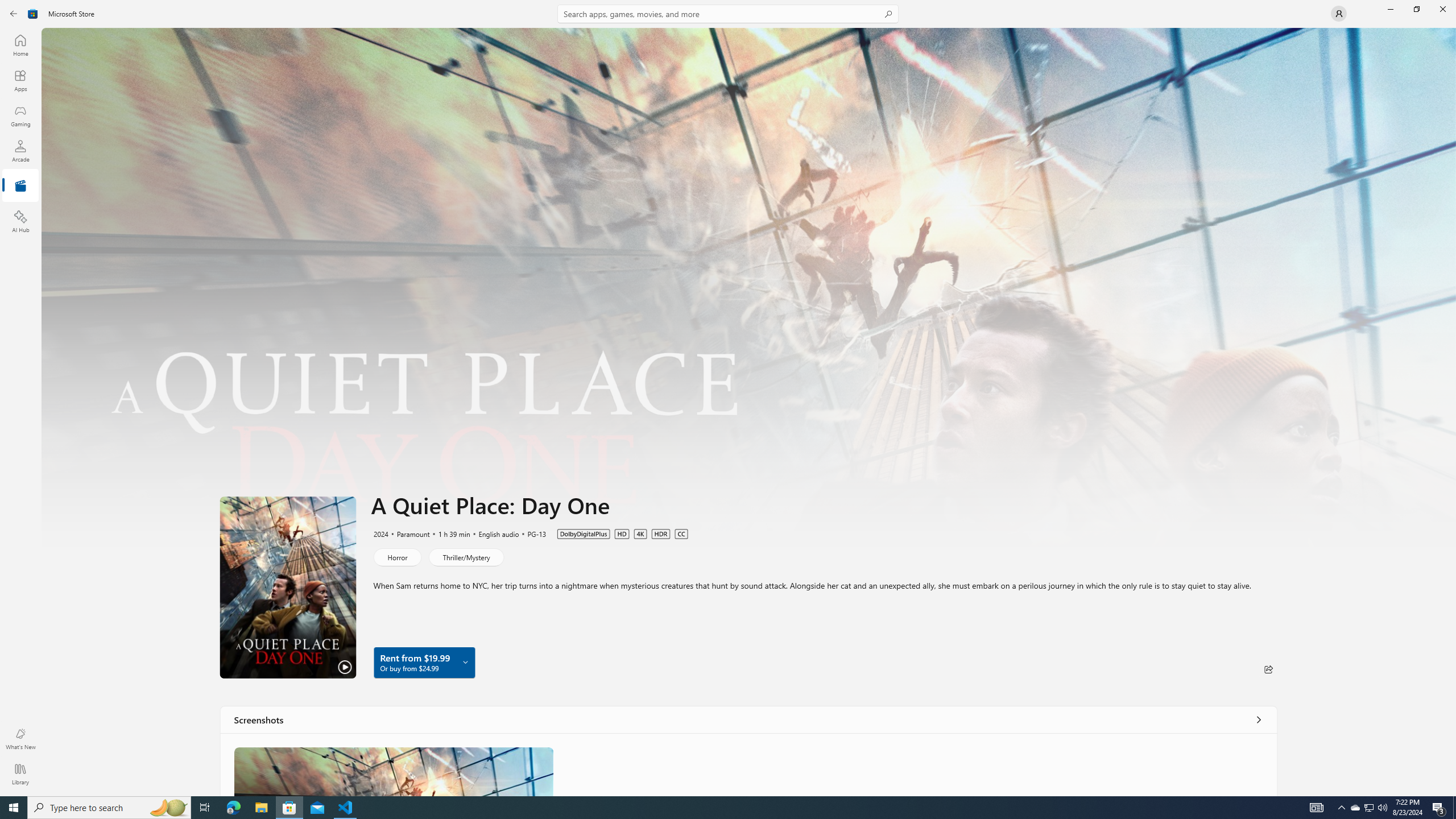  Describe the element at coordinates (424, 662) in the screenshot. I see `'Rent from $19.99 Or buy from $24.99'` at that location.